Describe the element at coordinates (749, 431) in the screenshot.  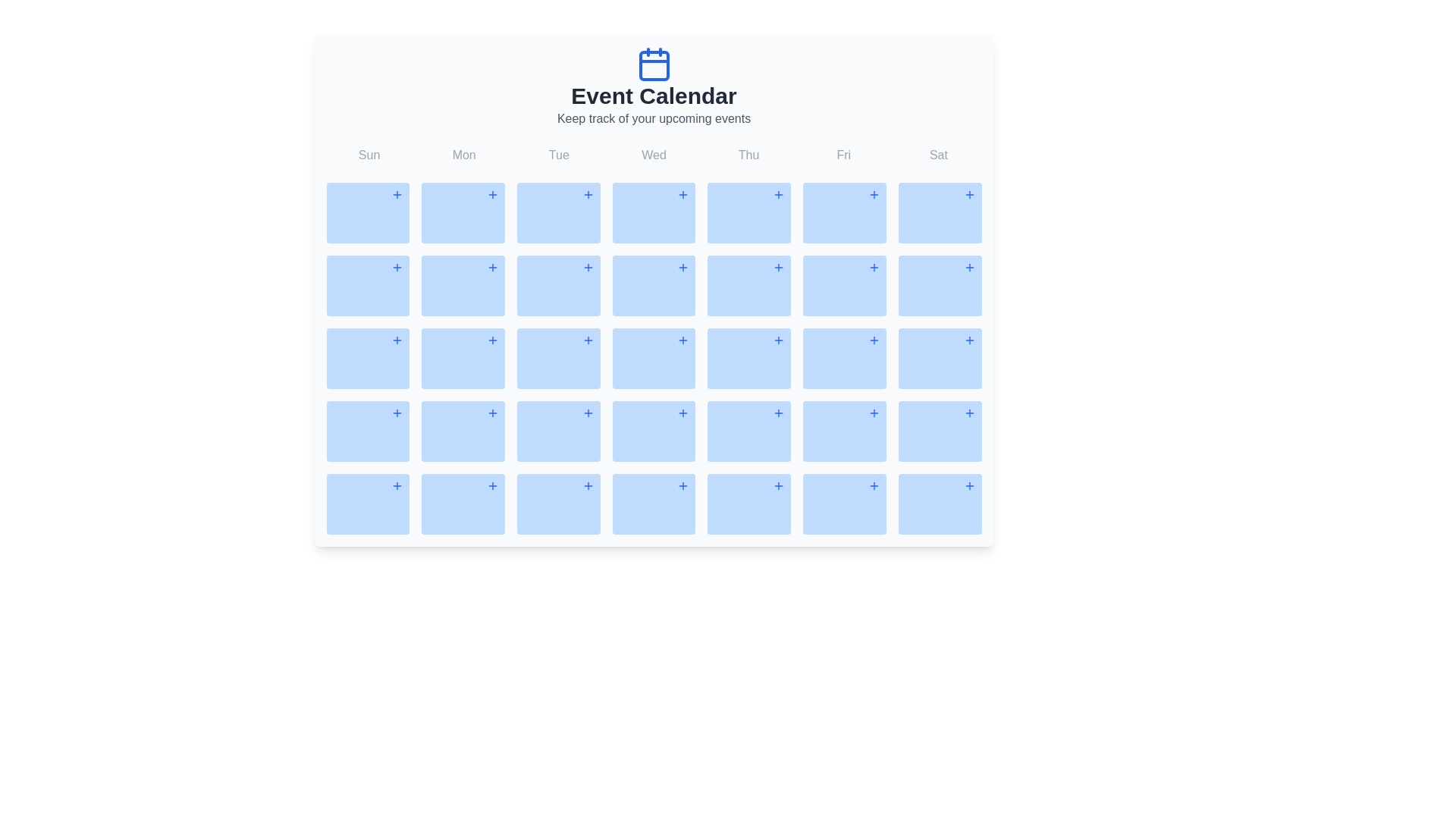
I see `the Calendar day cell located in the sixth row and fourth column of the calendar view` at that location.